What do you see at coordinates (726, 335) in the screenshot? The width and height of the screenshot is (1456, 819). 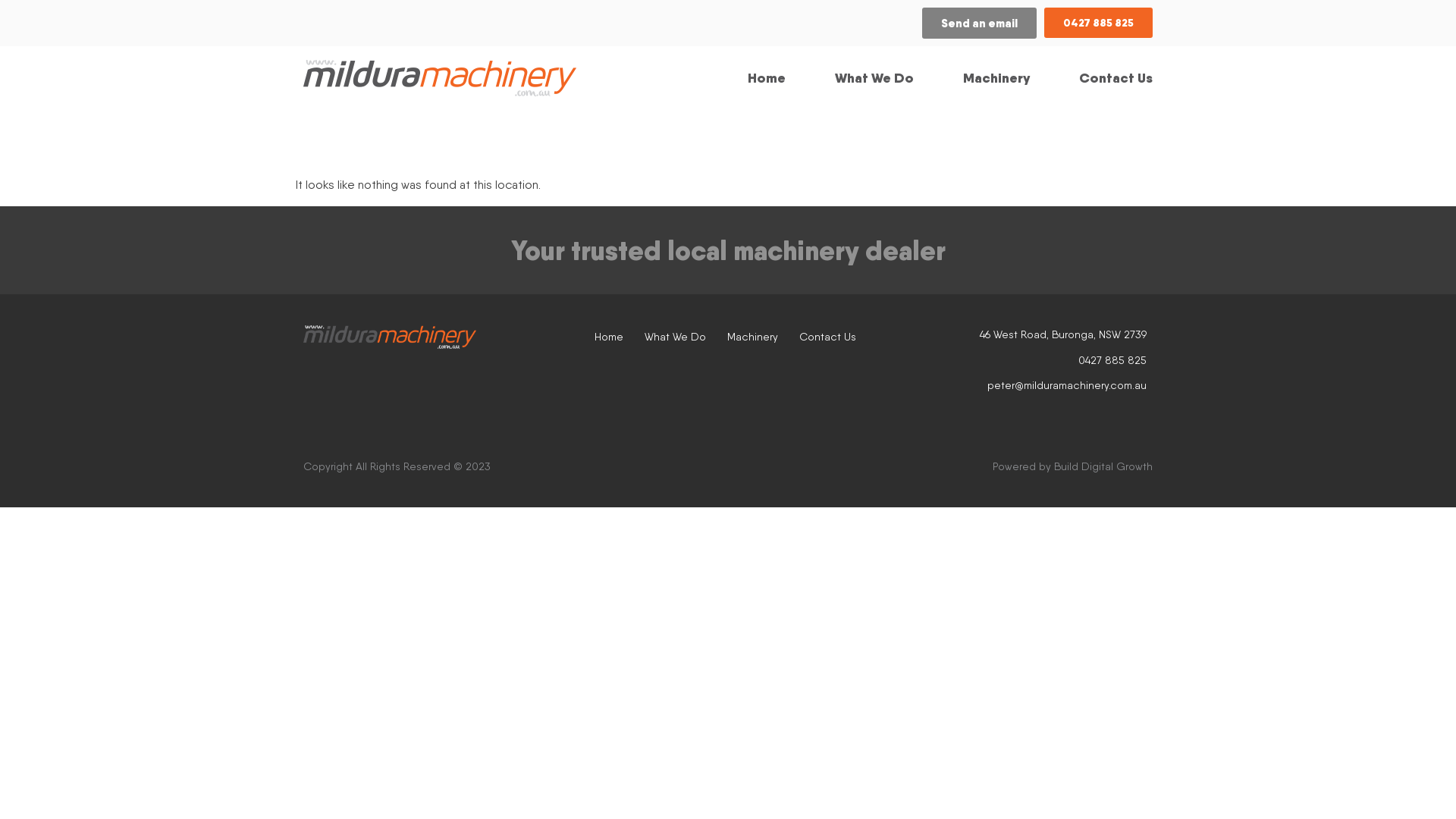 I see `'Machinery'` at bounding box center [726, 335].